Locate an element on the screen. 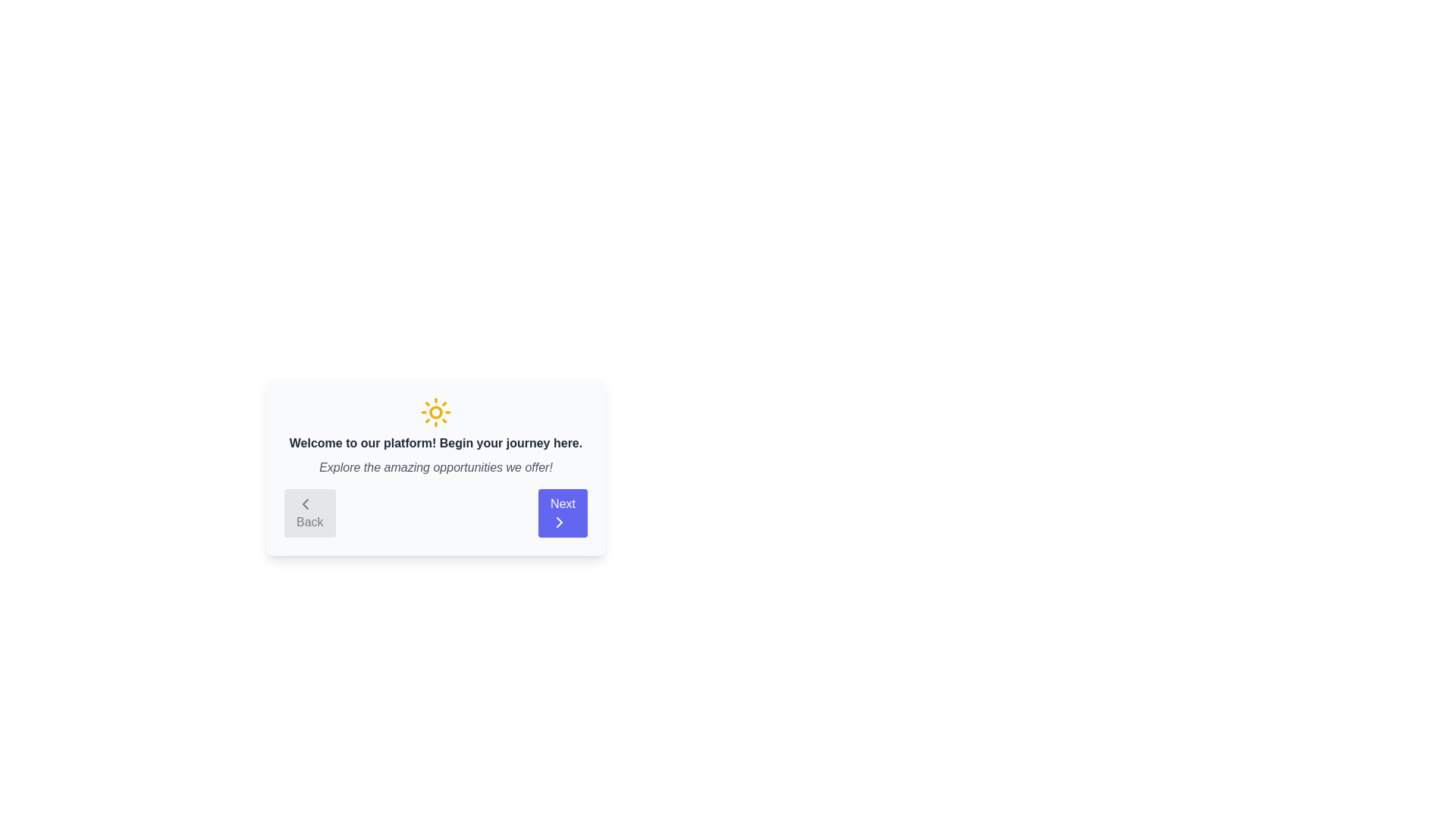  the 'Back' button to navigate to the previous step is located at coordinates (309, 513).